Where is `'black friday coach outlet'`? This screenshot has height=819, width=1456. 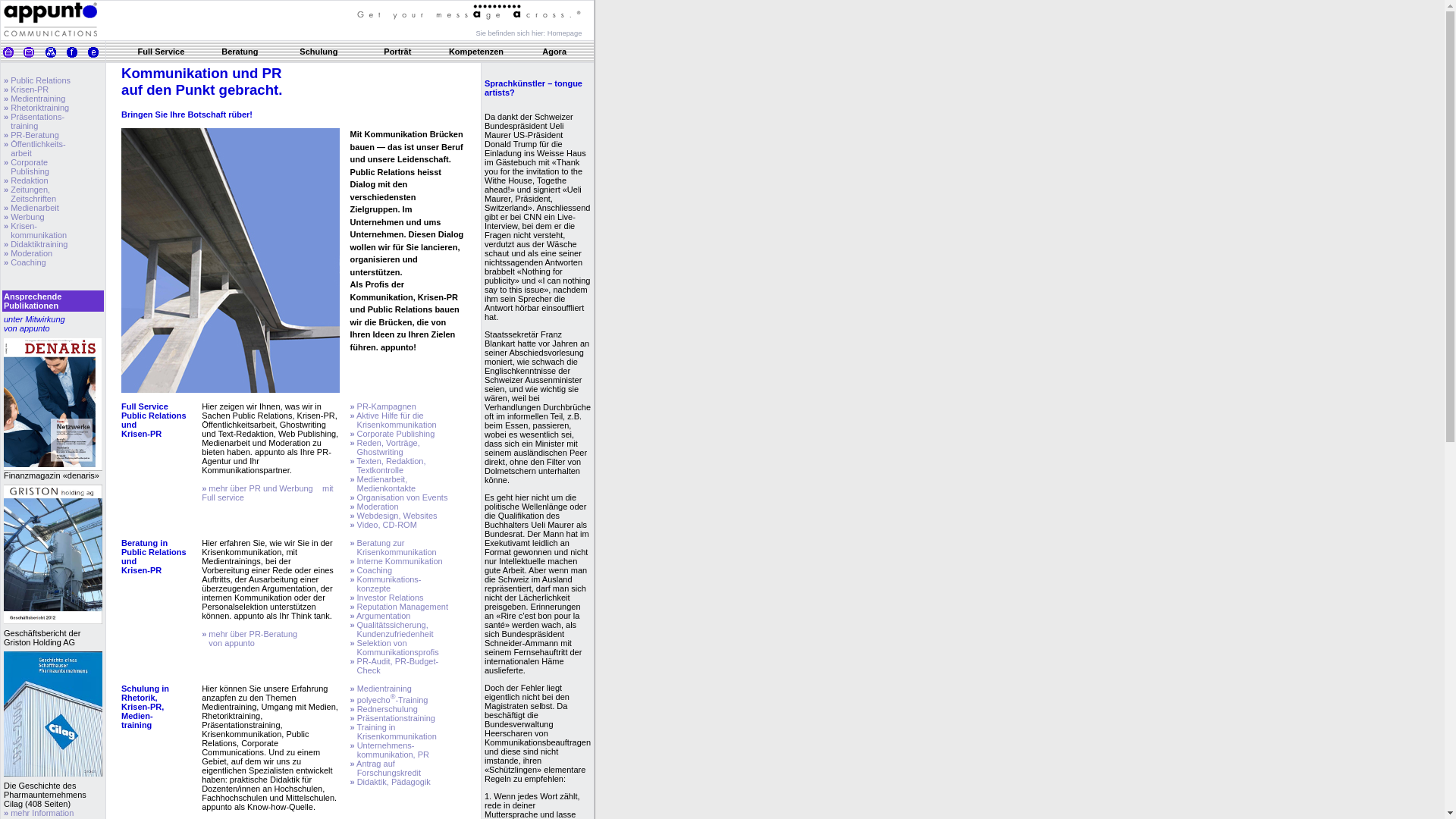
'black friday coach outlet' is located at coordinates (86, 66).